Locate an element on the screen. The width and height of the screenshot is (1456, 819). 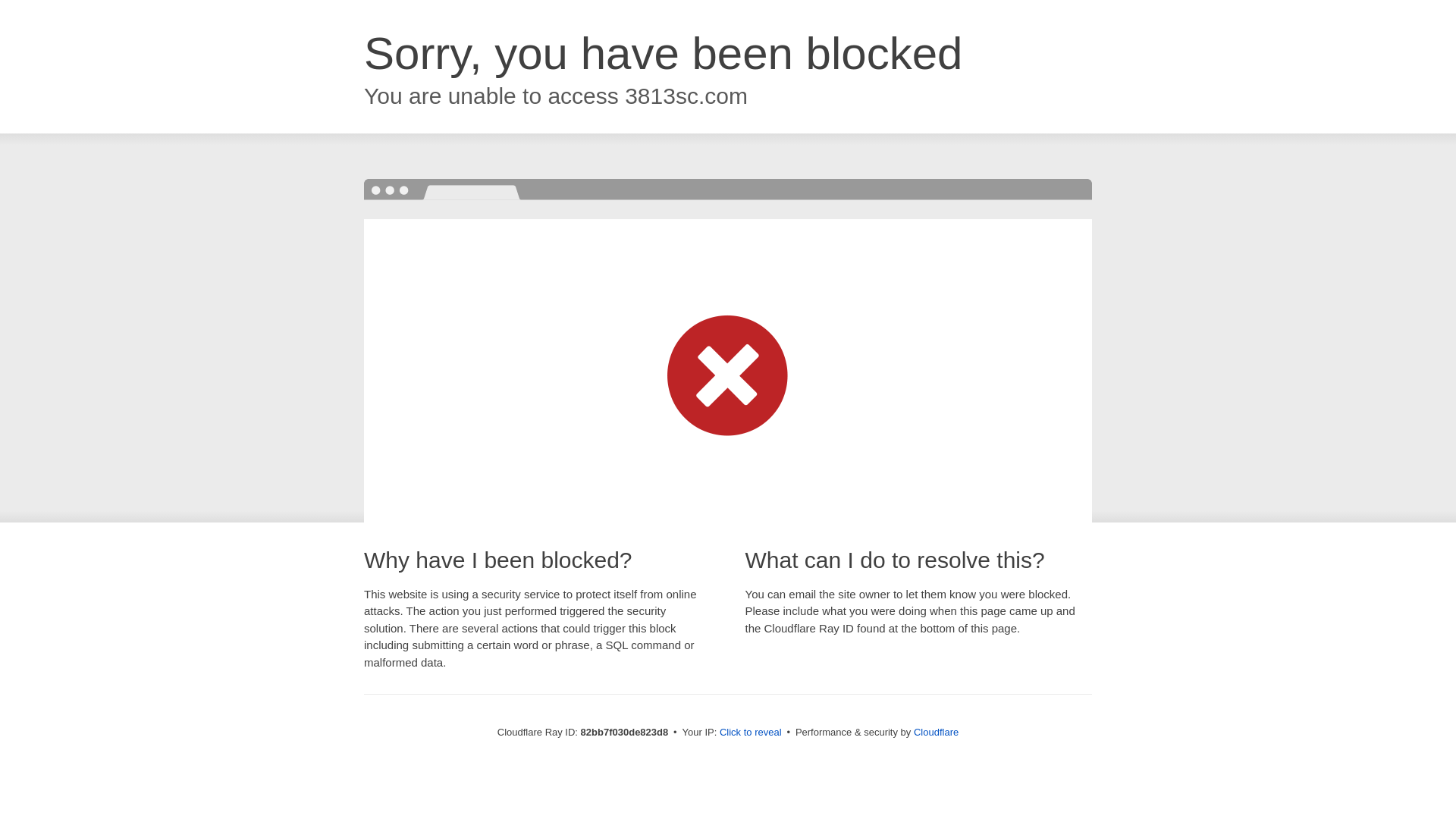
'Cloudflare' is located at coordinates (912, 731).